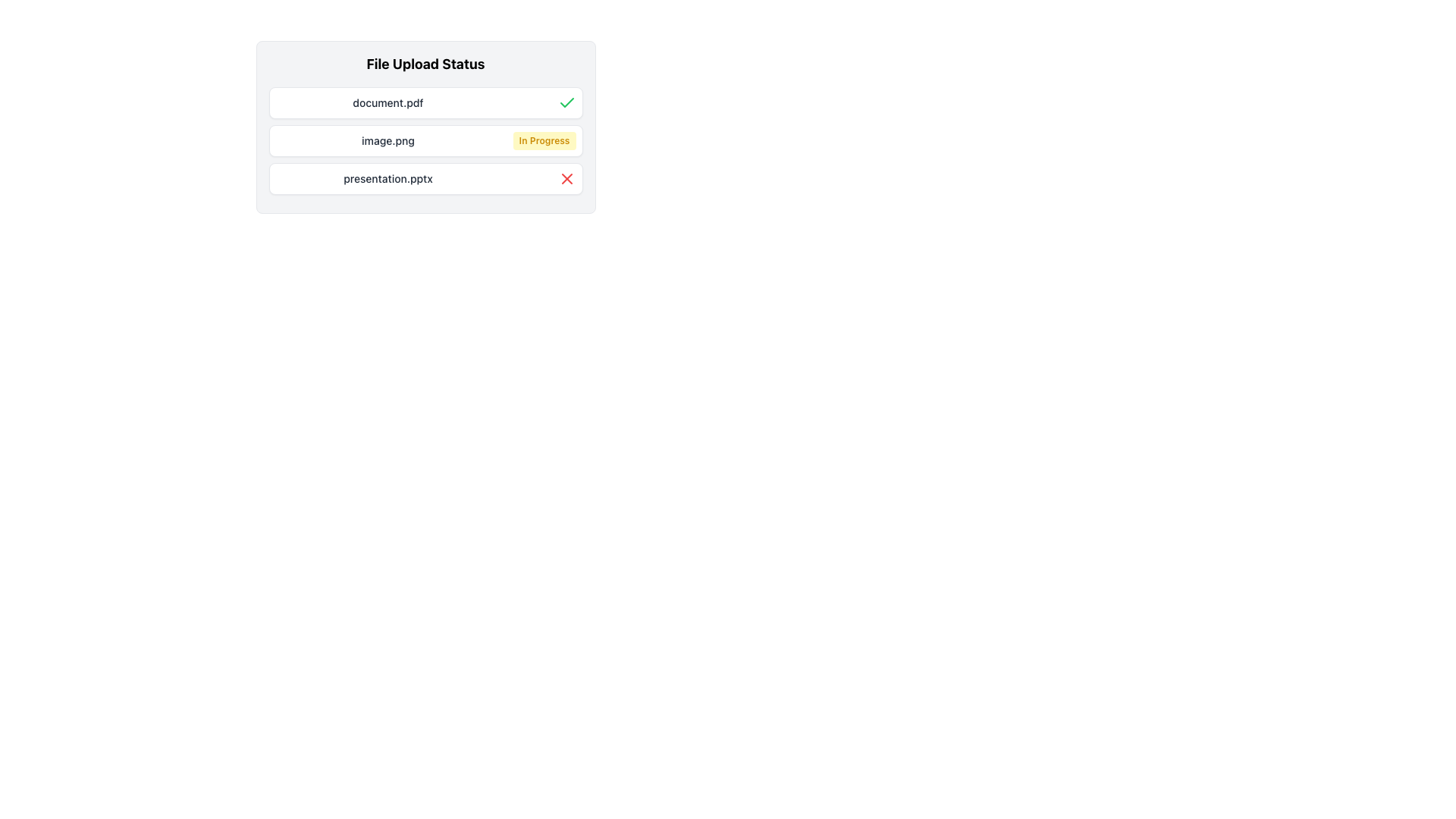 The height and width of the screenshot is (819, 1456). I want to click on the green checkmark icon that signifies success, located to the far right of the 'document.pdf' filename, so click(566, 102).